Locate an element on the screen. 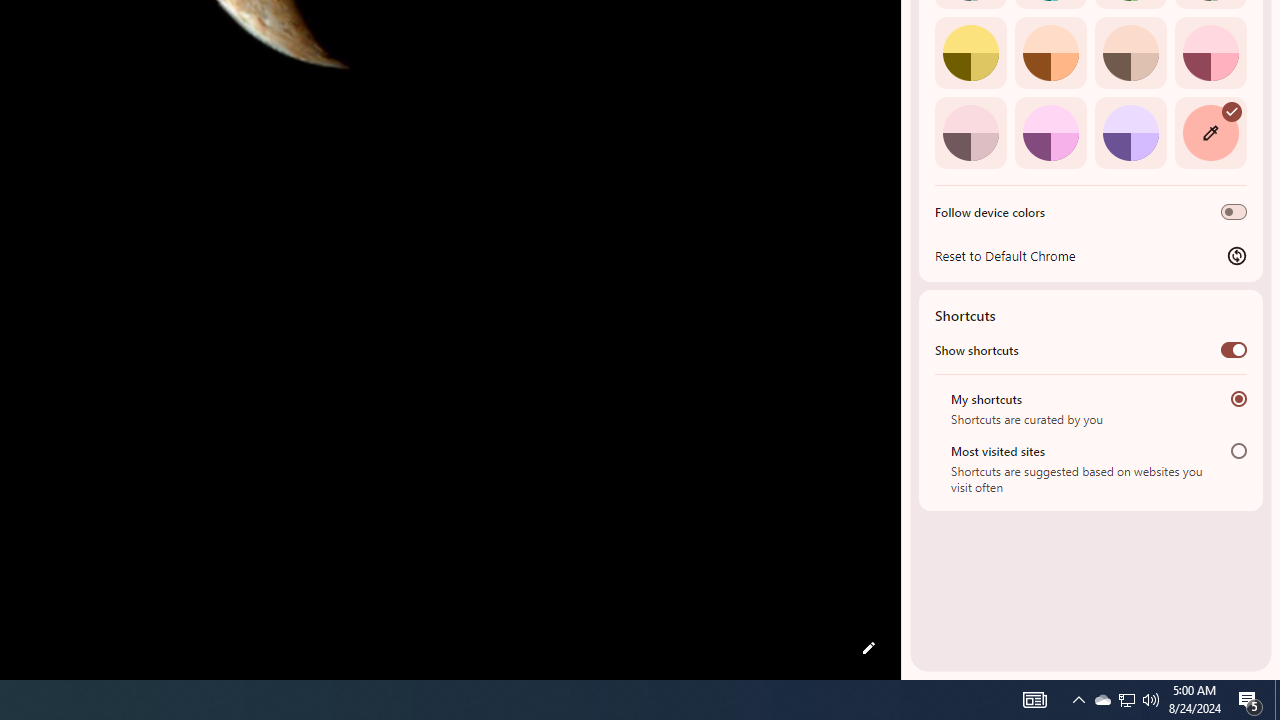 The height and width of the screenshot is (720, 1280). 'Rose' is located at coordinates (1209, 51).